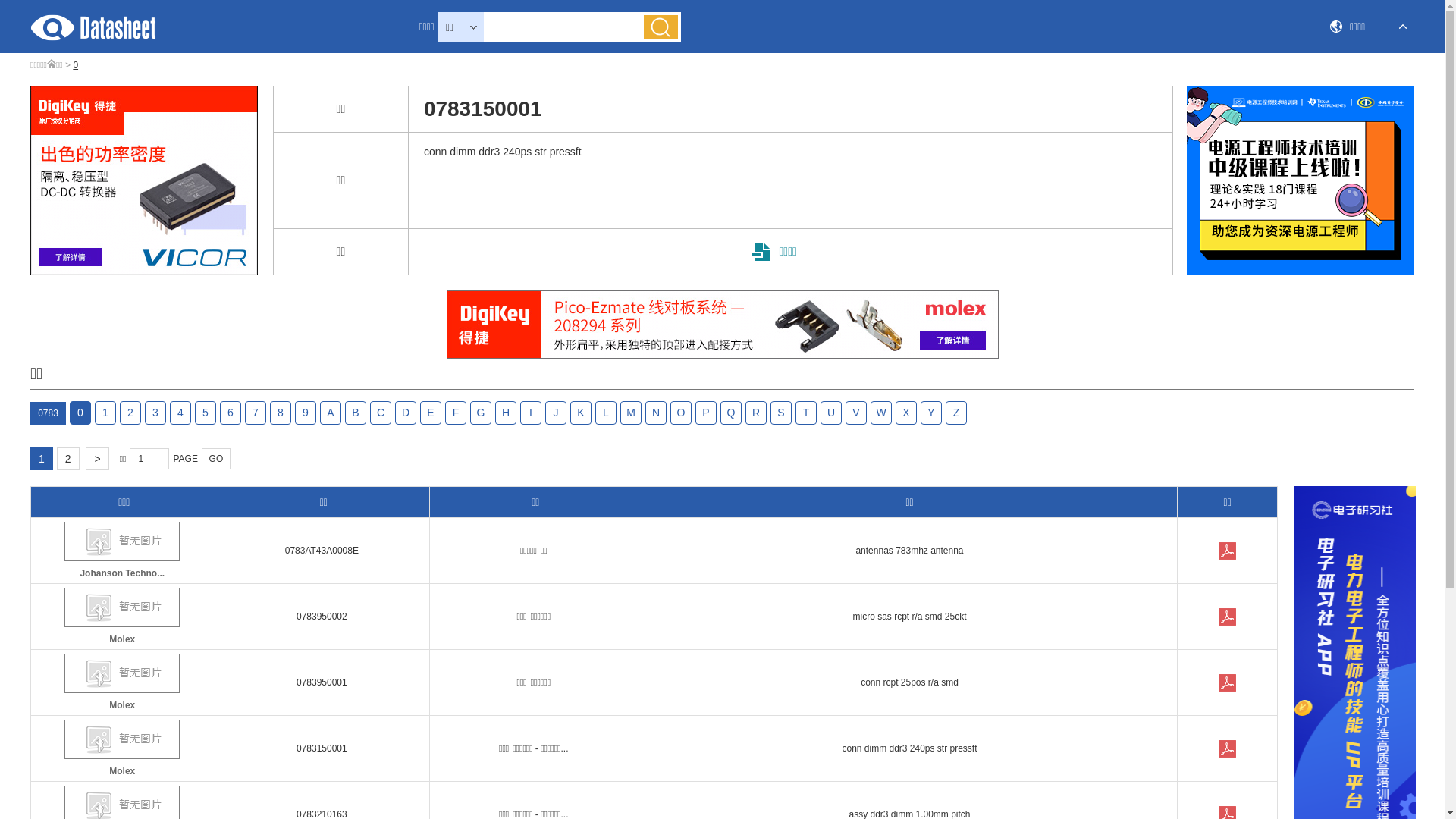  What do you see at coordinates (880, 413) in the screenshot?
I see `'W'` at bounding box center [880, 413].